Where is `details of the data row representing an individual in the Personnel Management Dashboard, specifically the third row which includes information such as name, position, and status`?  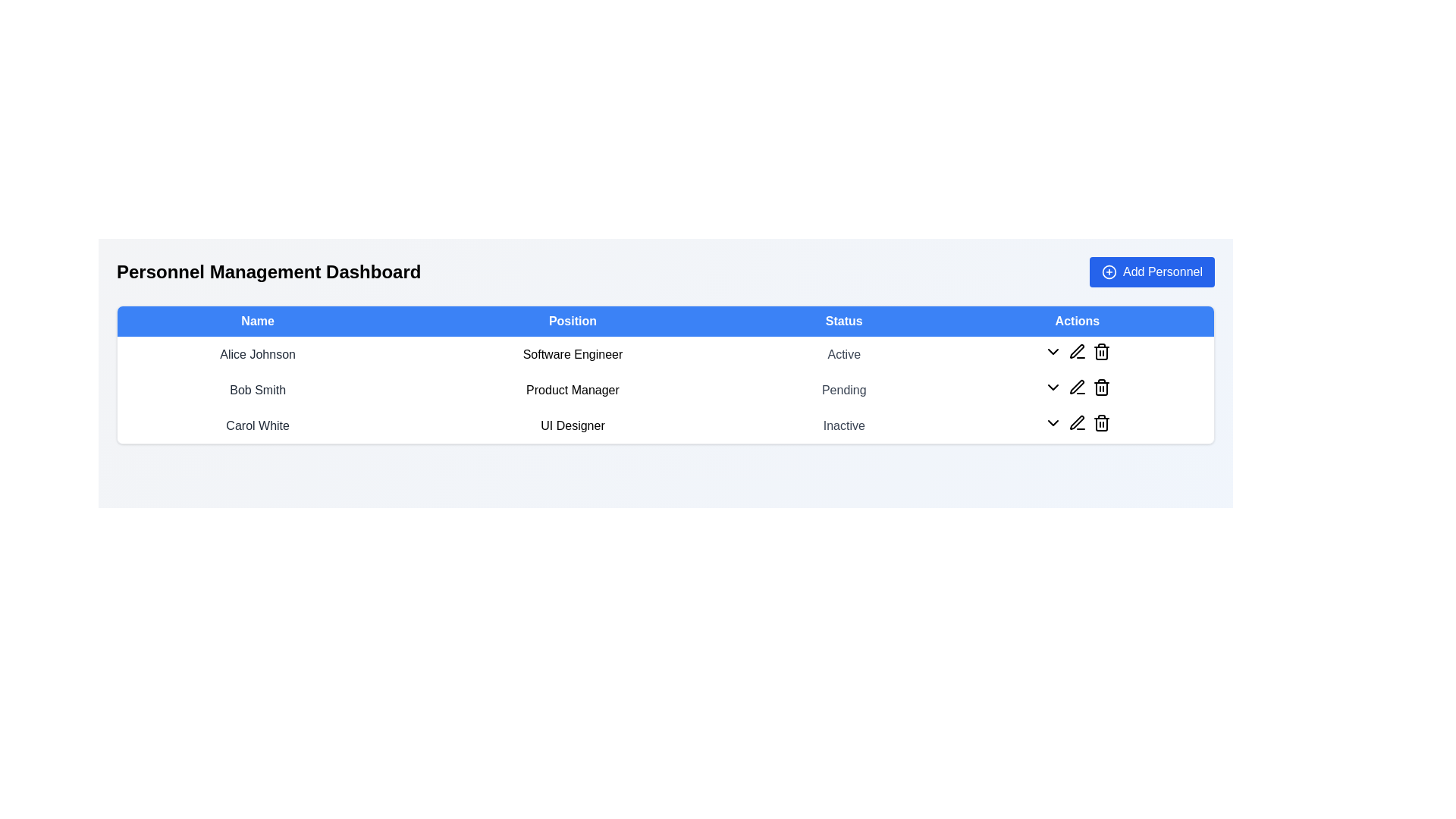 details of the data row representing an individual in the Personnel Management Dashboard, specifically the third row which includes information such as name, position, and status is located at coordinates (666, 425).